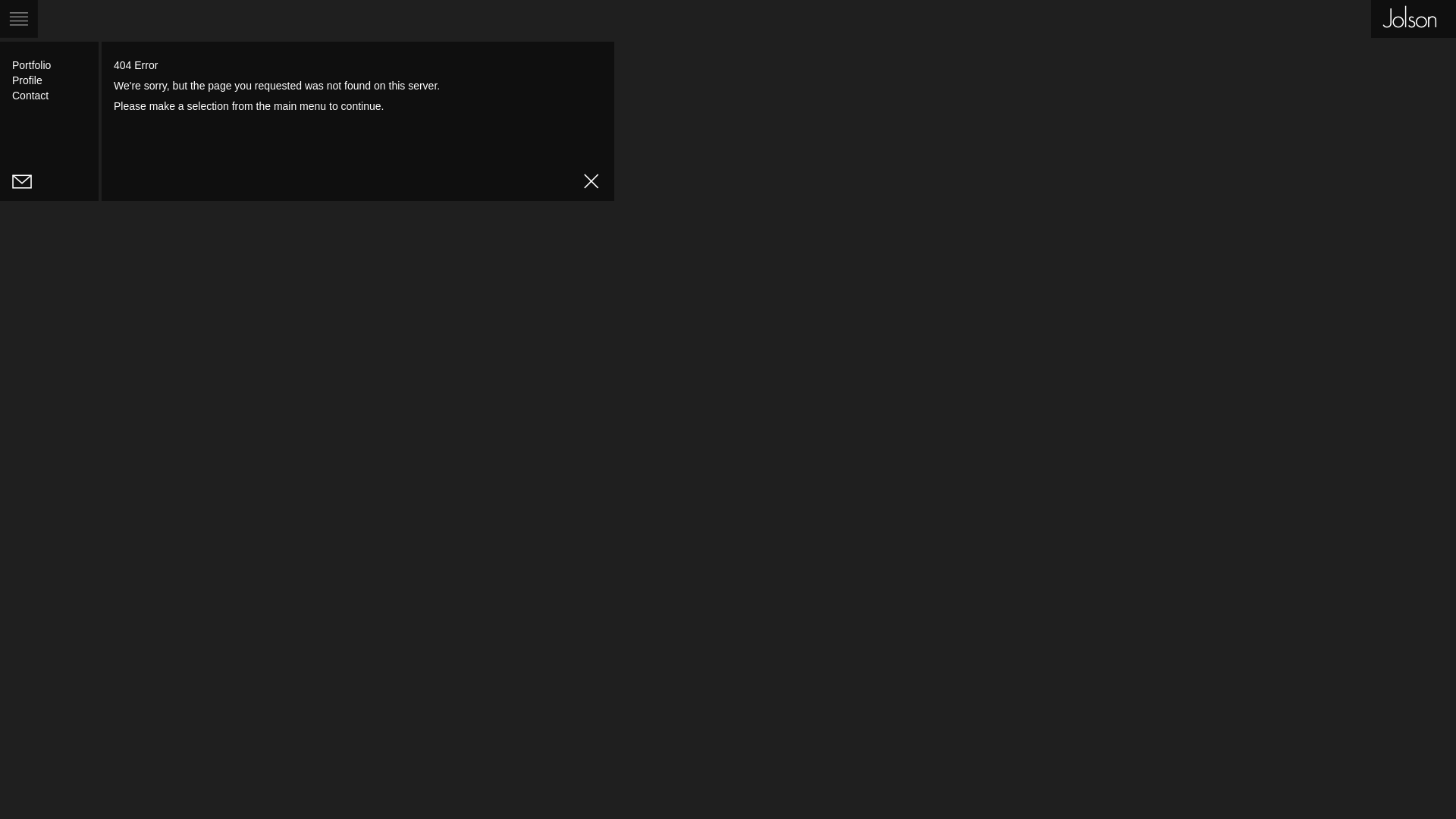 Image resolution: width=1456 pixels, height=819 pixels. What do you see at coordinates (30, 96) in the screenshot?
I see `'Contact'` at bounding box center [30, 96].